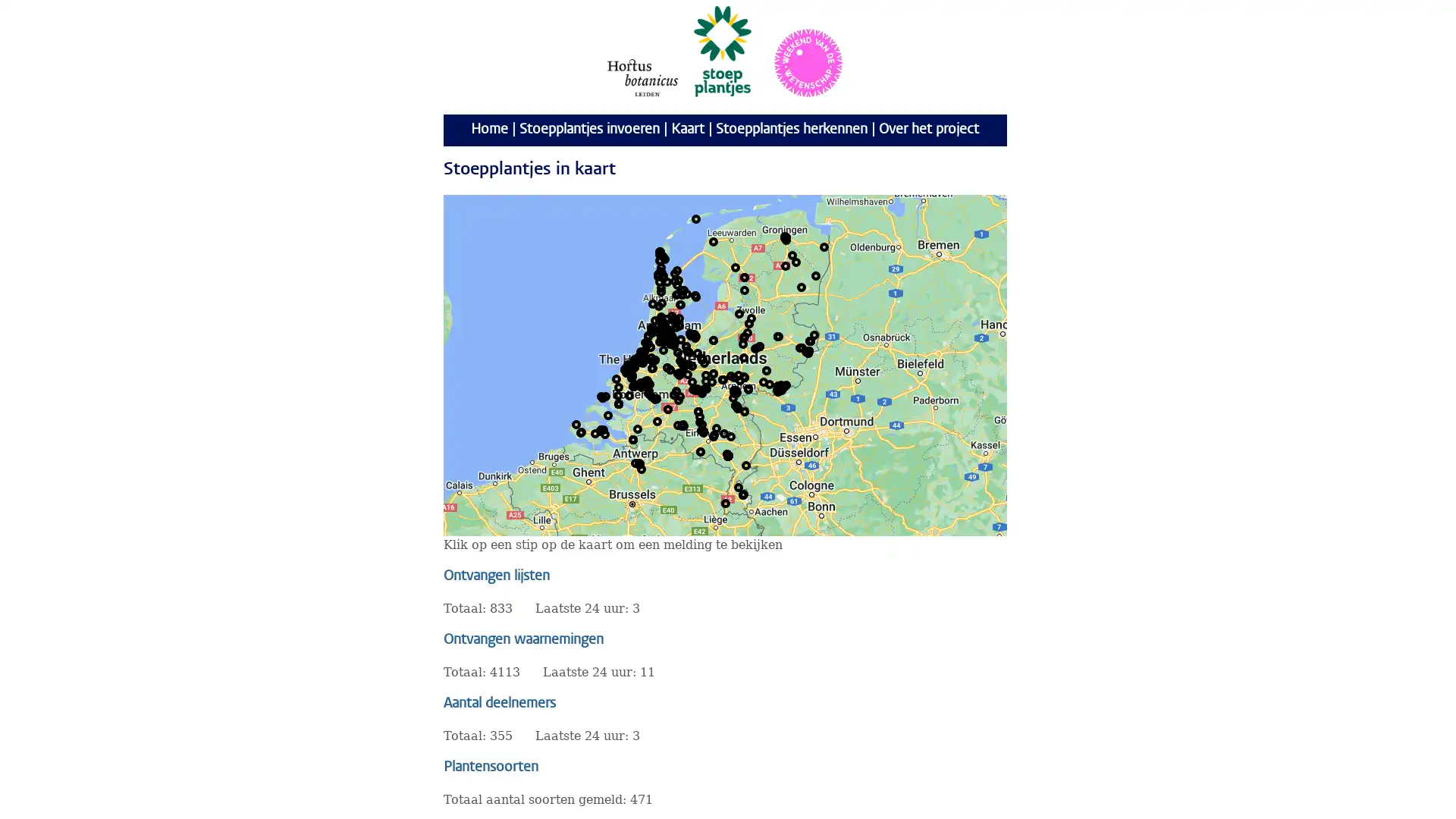 The height and width of the screenshot is (819, 1456). What do you see at coordinates (634, 382) in the screenshot?
I see `Telling van Aad J op 28 maart 2022` at bounding box center [634, 382].